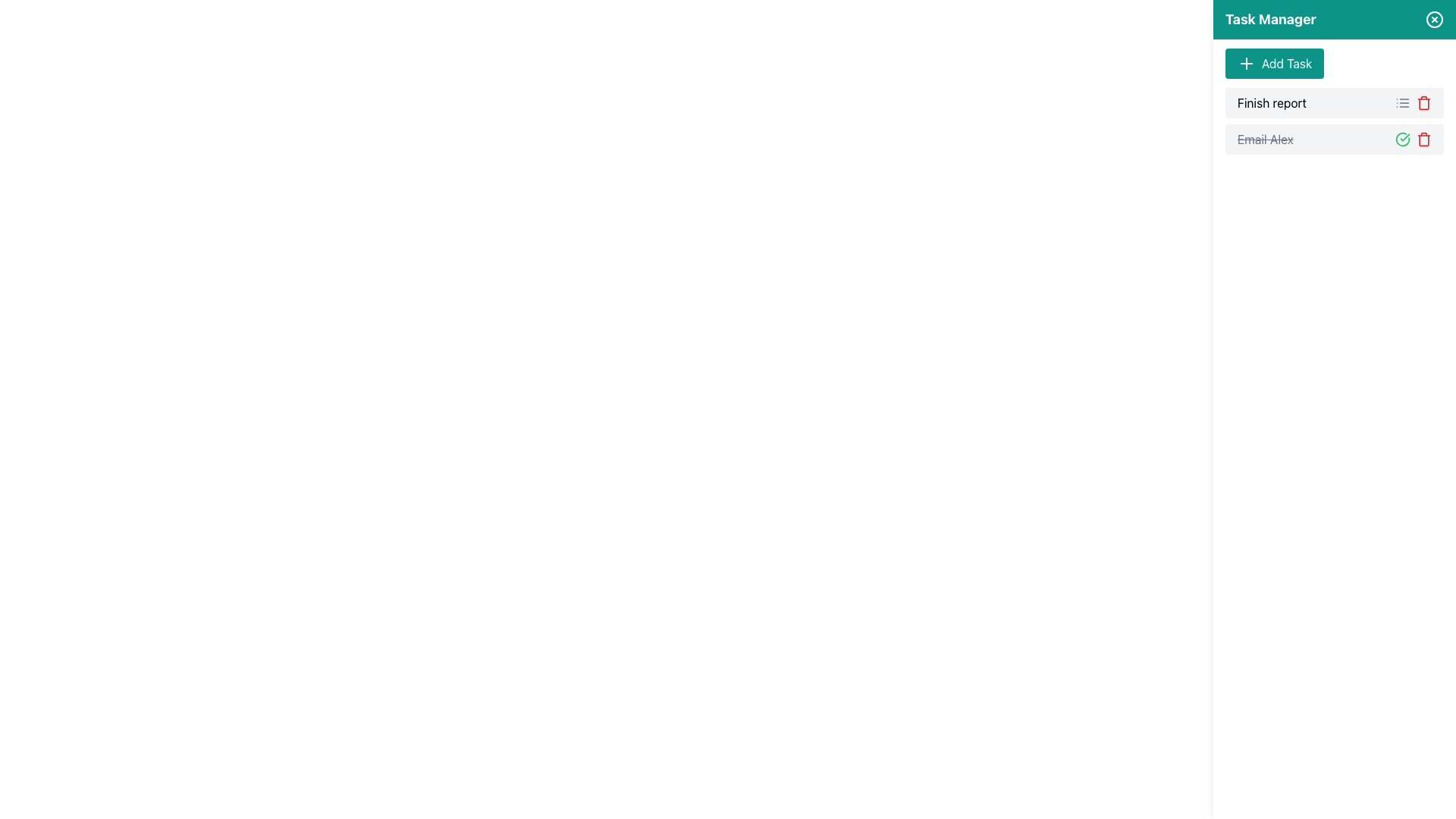  I want to click on the red trash can icon, so click(1423, 140).